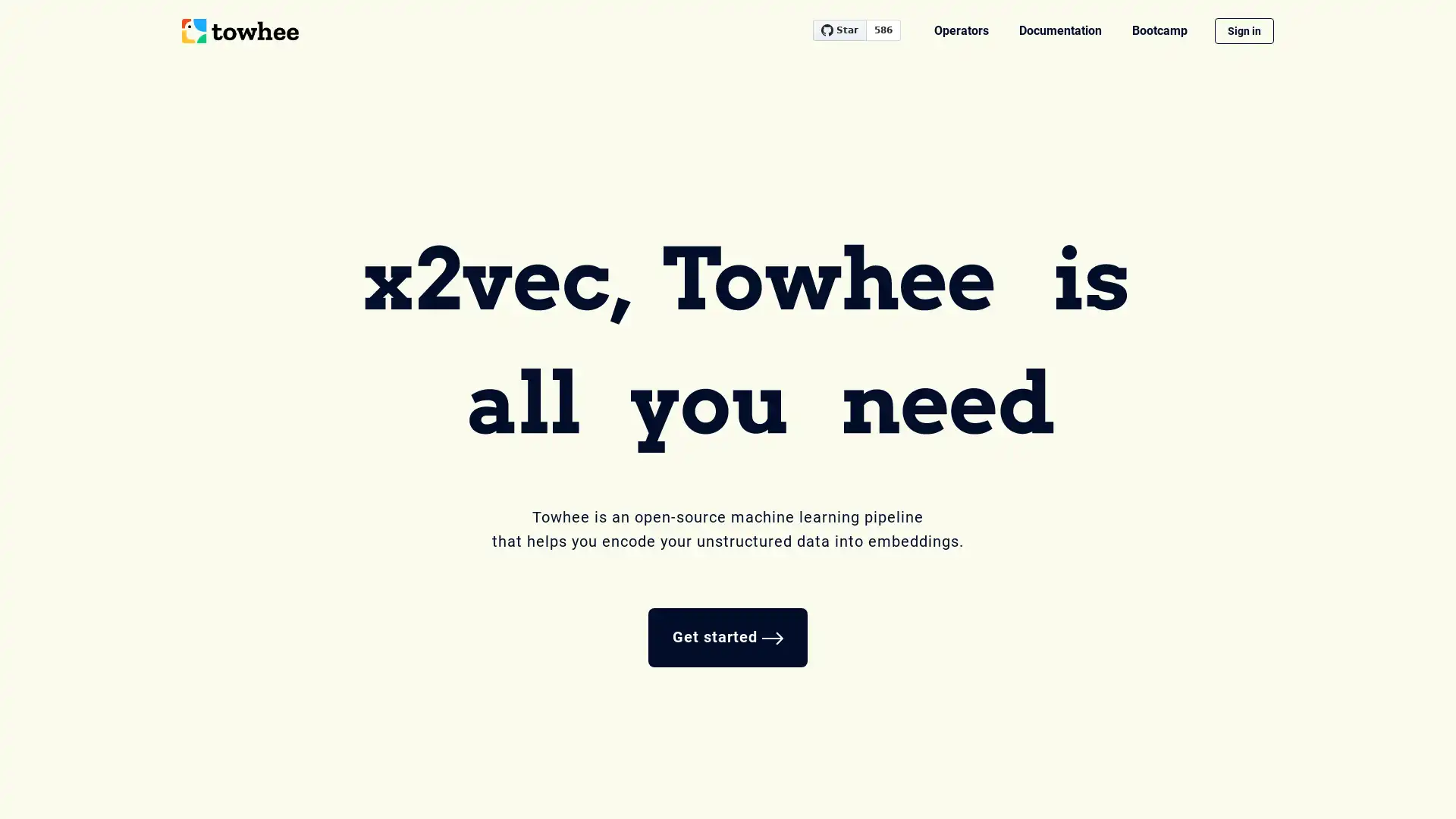  I want to click on Get started, so click(728, 637).